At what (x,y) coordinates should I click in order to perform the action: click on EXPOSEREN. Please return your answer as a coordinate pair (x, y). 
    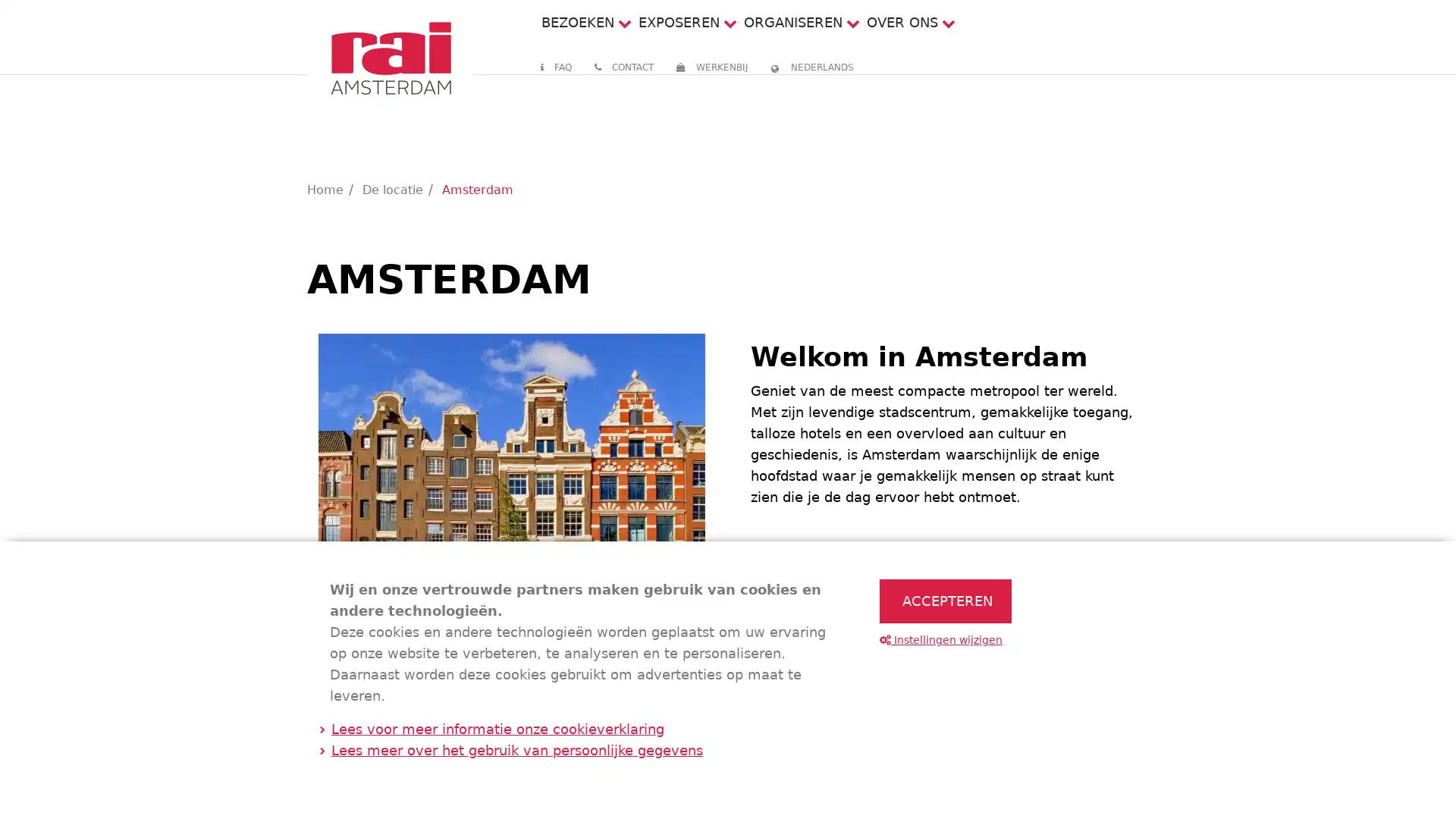
    Looking at the image, I should click on (677, 22).